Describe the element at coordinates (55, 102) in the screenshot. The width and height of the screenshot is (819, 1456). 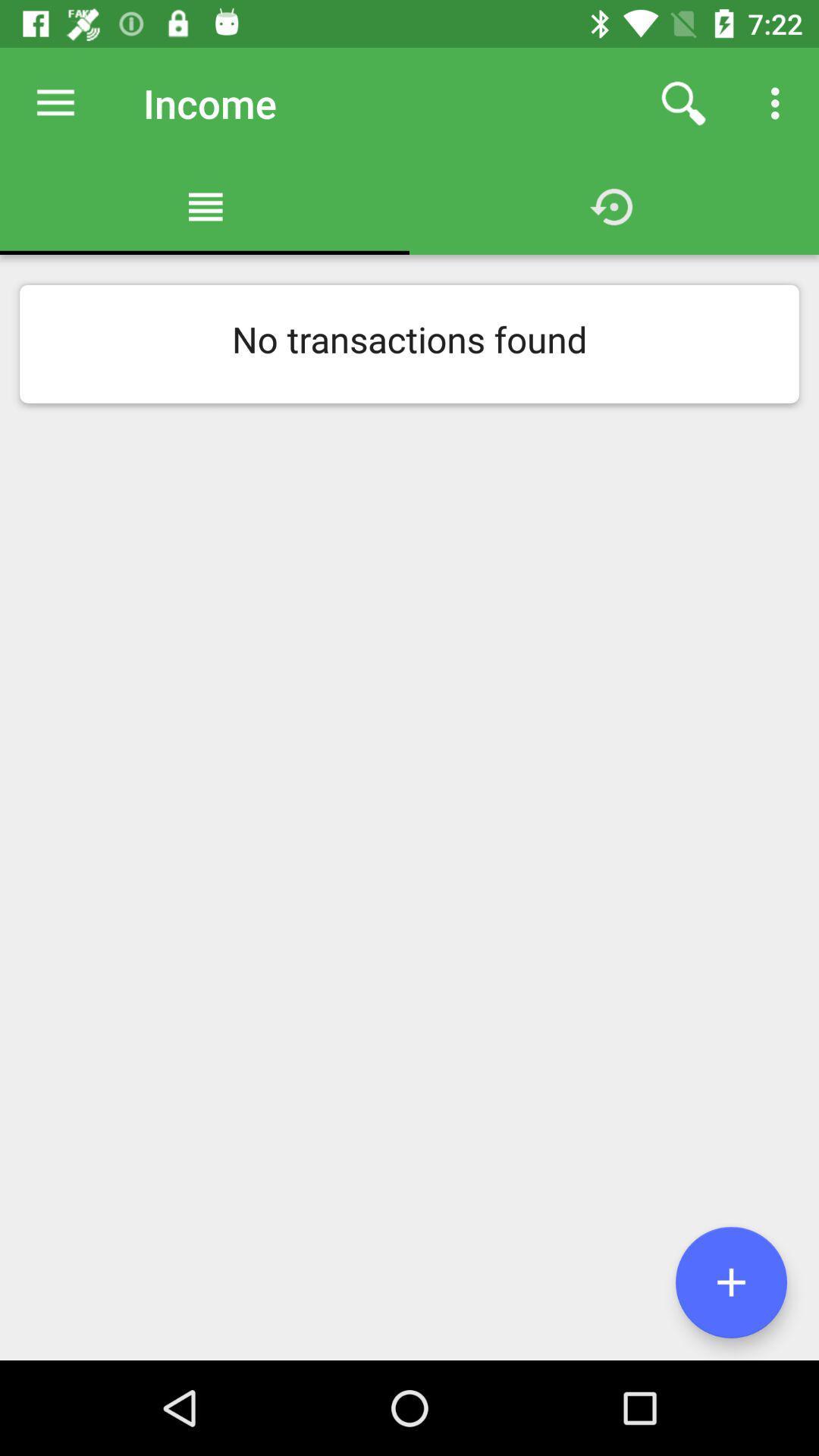
I see `the item next to income` at that location.